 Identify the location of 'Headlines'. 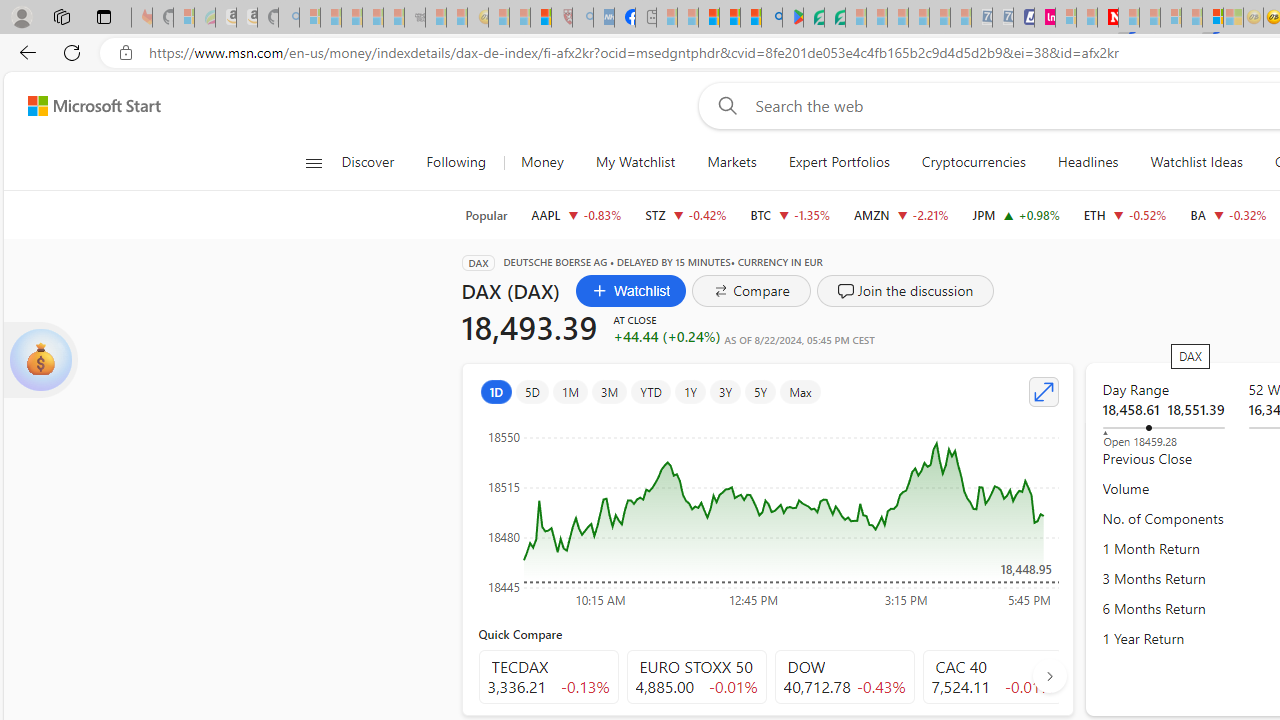
(1087, 162).